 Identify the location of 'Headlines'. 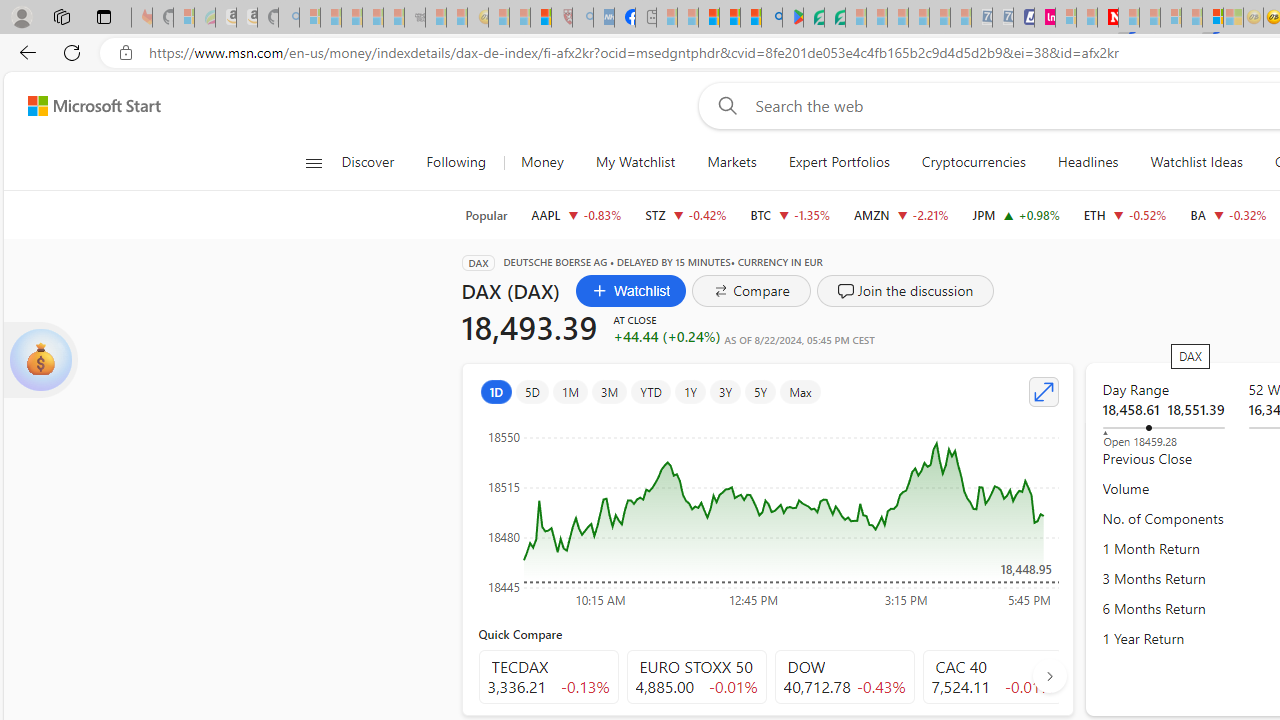
(1087, 162).